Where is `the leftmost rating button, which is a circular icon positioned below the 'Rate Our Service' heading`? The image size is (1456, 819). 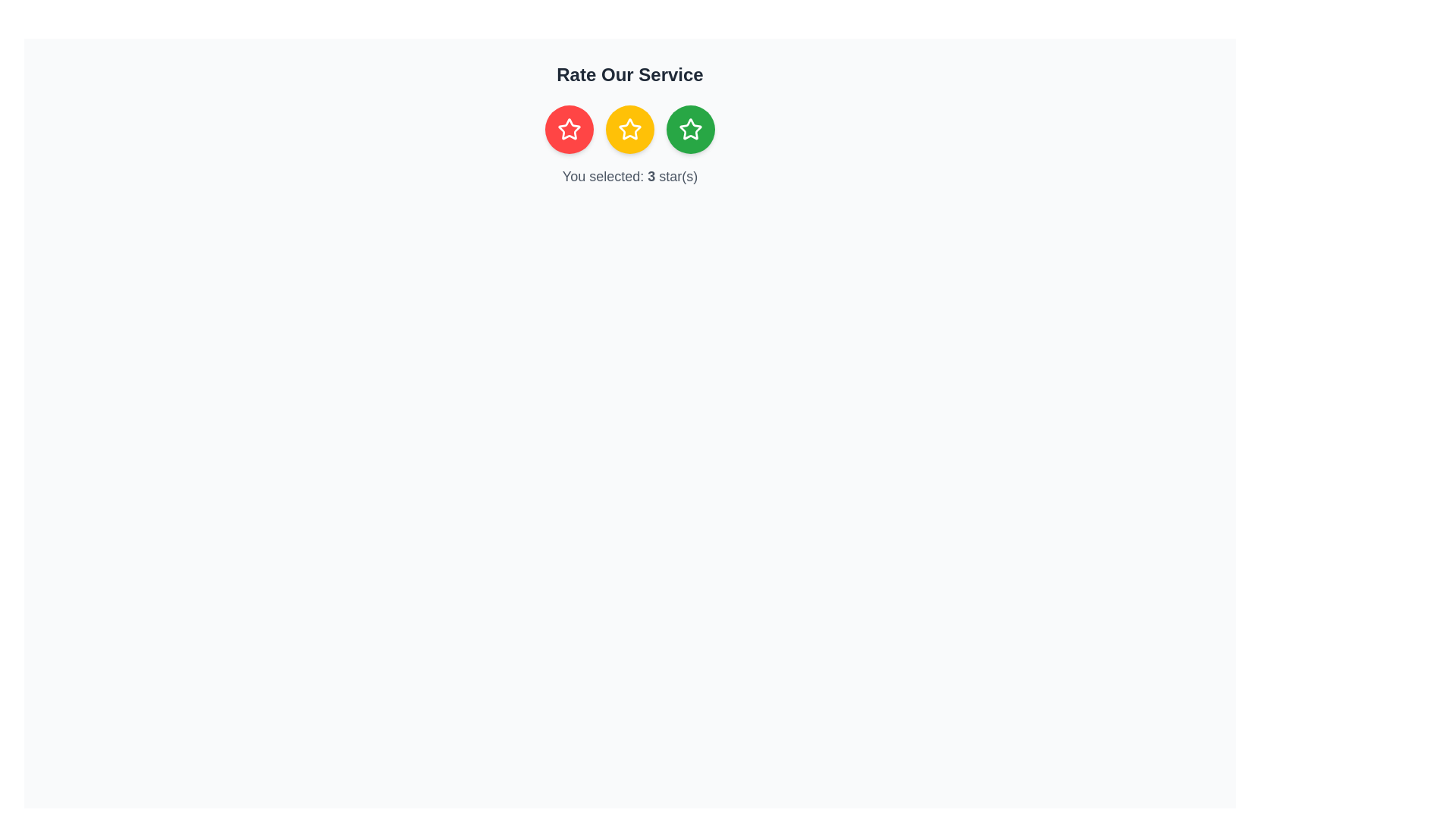 the leftmost rating button, which is a circular icon positioned below the 'Rate Our Service' heading is located at coordinates (568, 128).